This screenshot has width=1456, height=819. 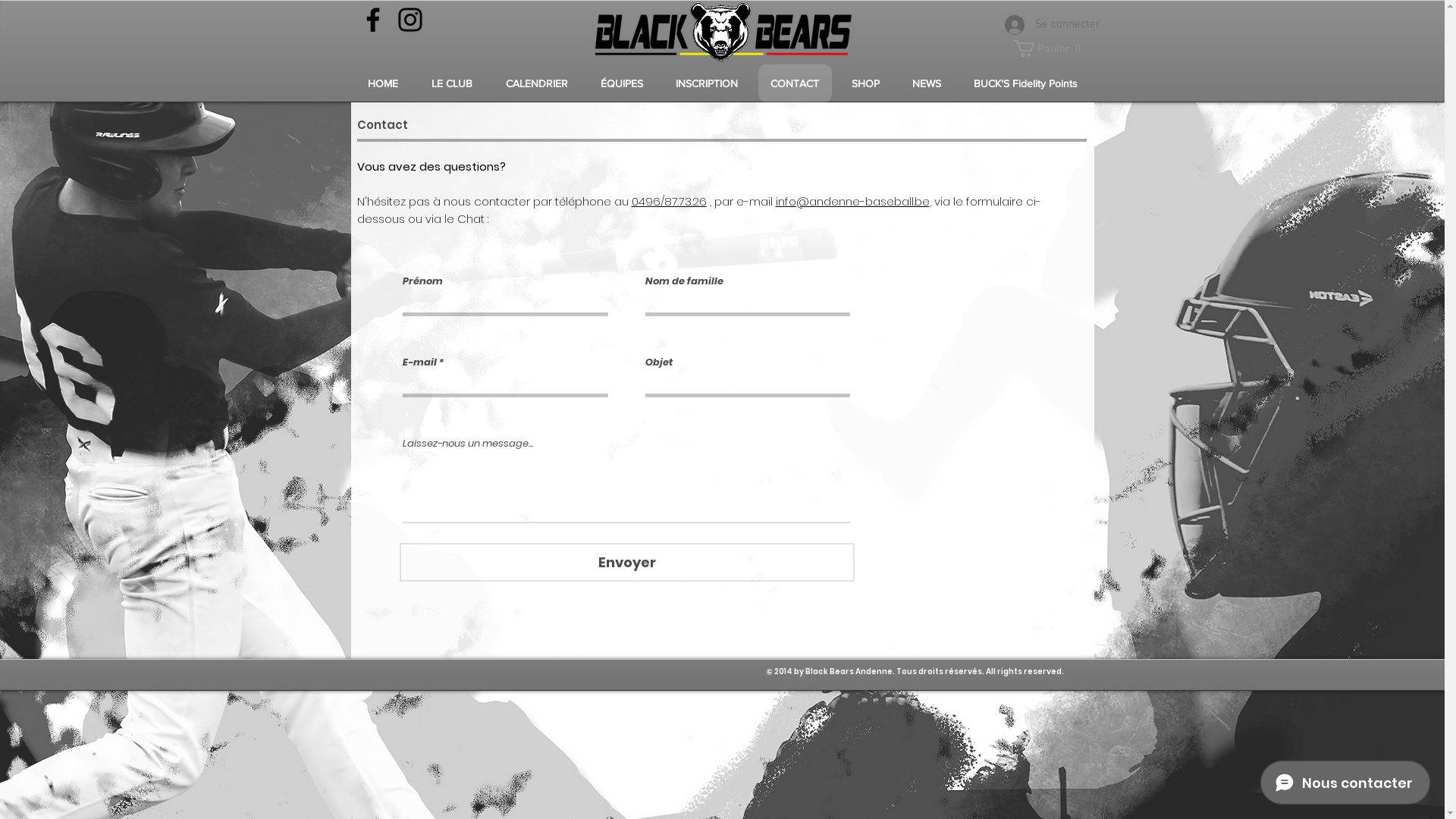 What do you see at coordinates (925, 83) in the screenshot?
I see `'NEWS'` at bounding box center [925, 83].